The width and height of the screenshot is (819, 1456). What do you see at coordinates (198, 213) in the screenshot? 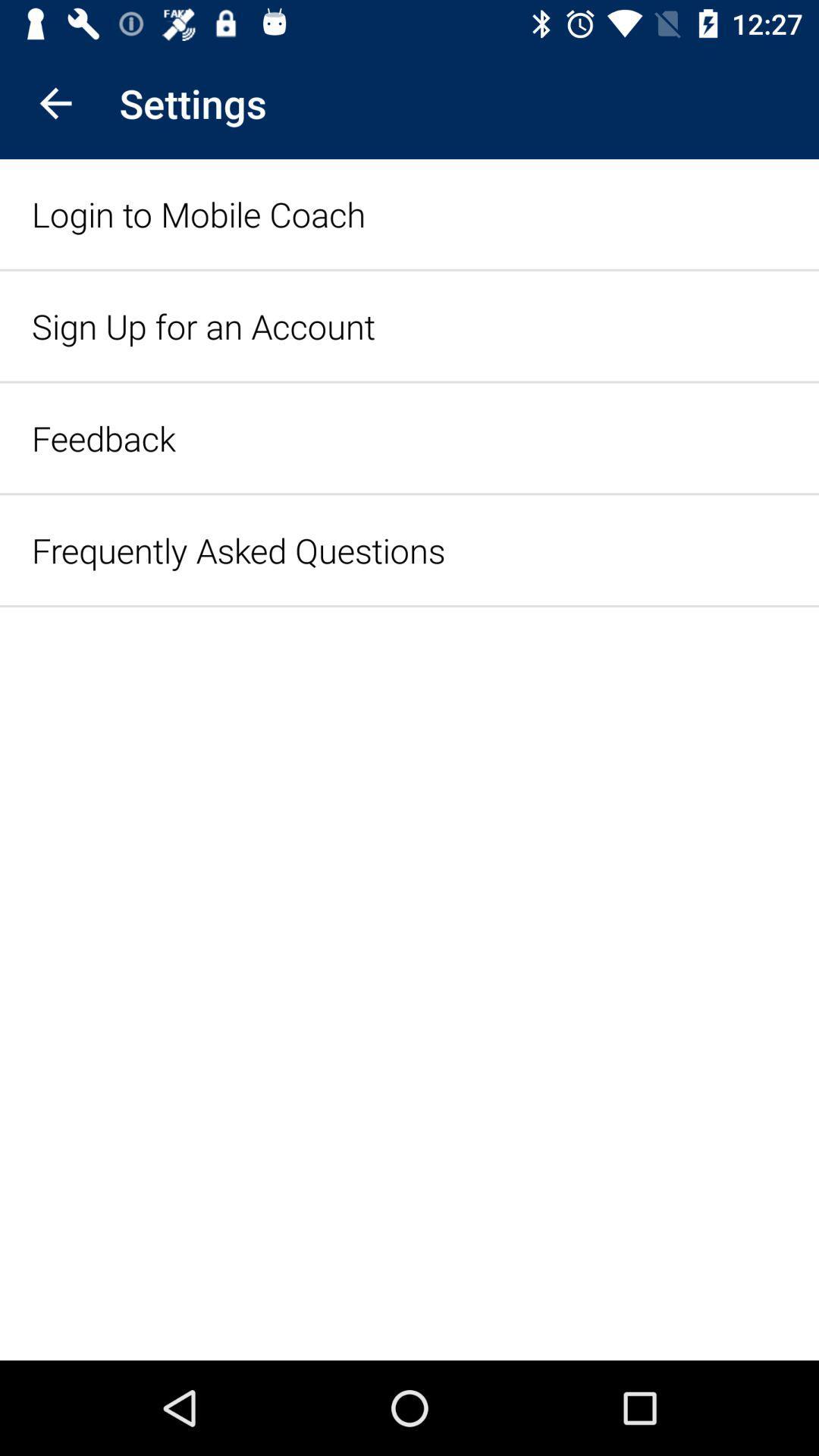
I see `login to mobile icon` at bounding box center [198, 213].